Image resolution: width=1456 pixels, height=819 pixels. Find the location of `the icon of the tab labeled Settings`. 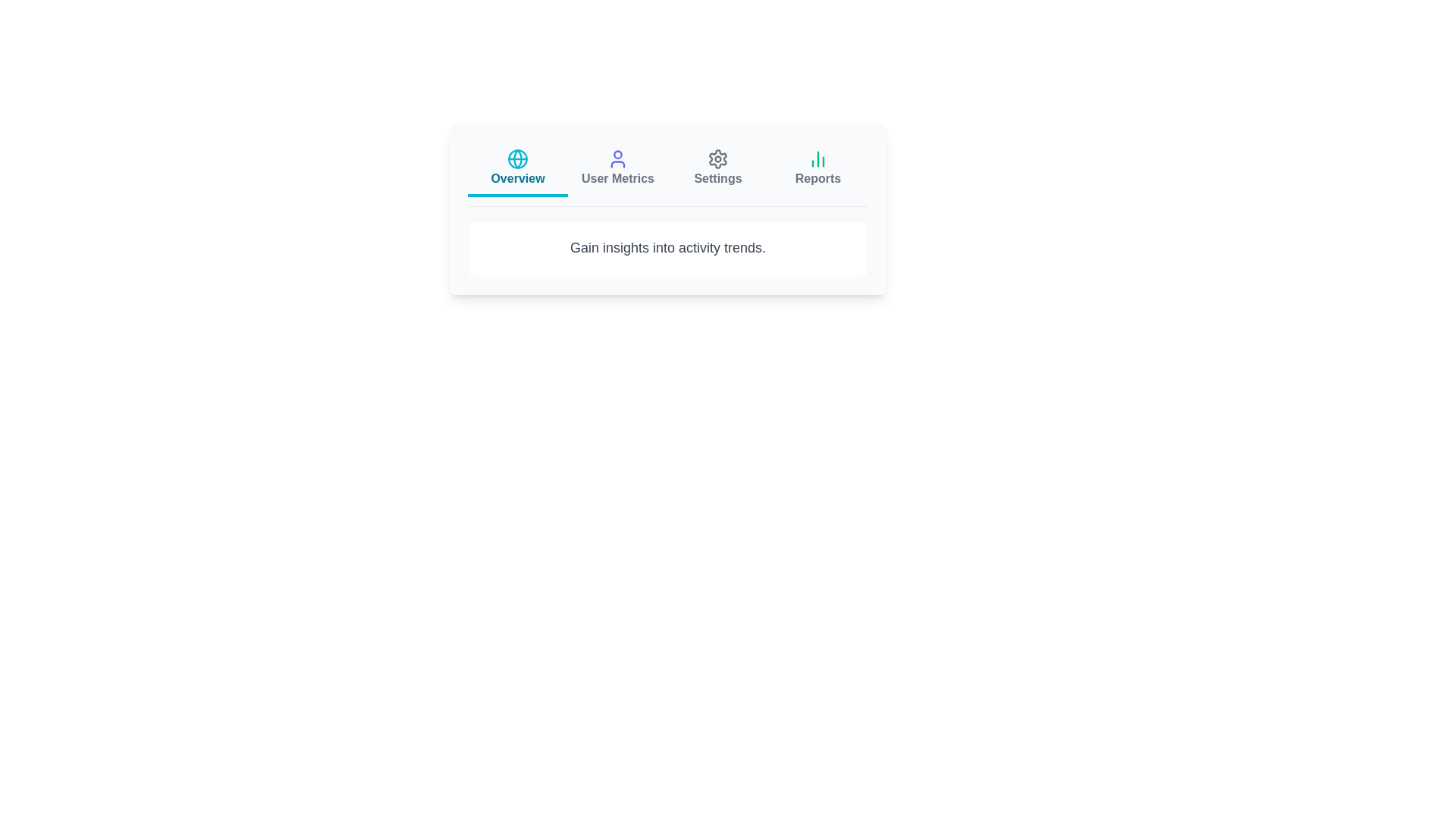

the icon of the tab labeled Settings is located at coordinates (717, 158).